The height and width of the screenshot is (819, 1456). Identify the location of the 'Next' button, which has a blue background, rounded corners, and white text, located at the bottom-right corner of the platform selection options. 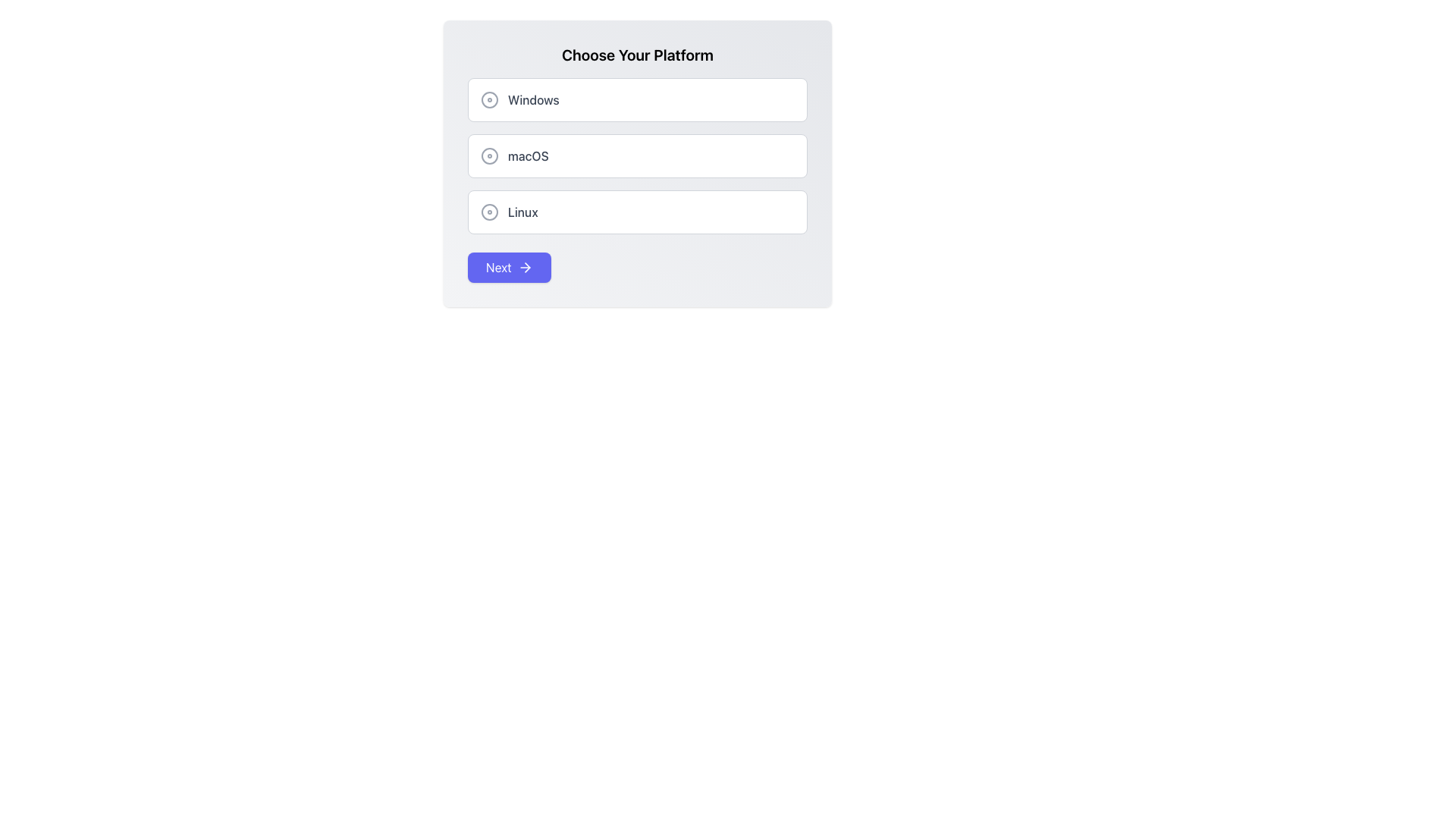
(509, 267).